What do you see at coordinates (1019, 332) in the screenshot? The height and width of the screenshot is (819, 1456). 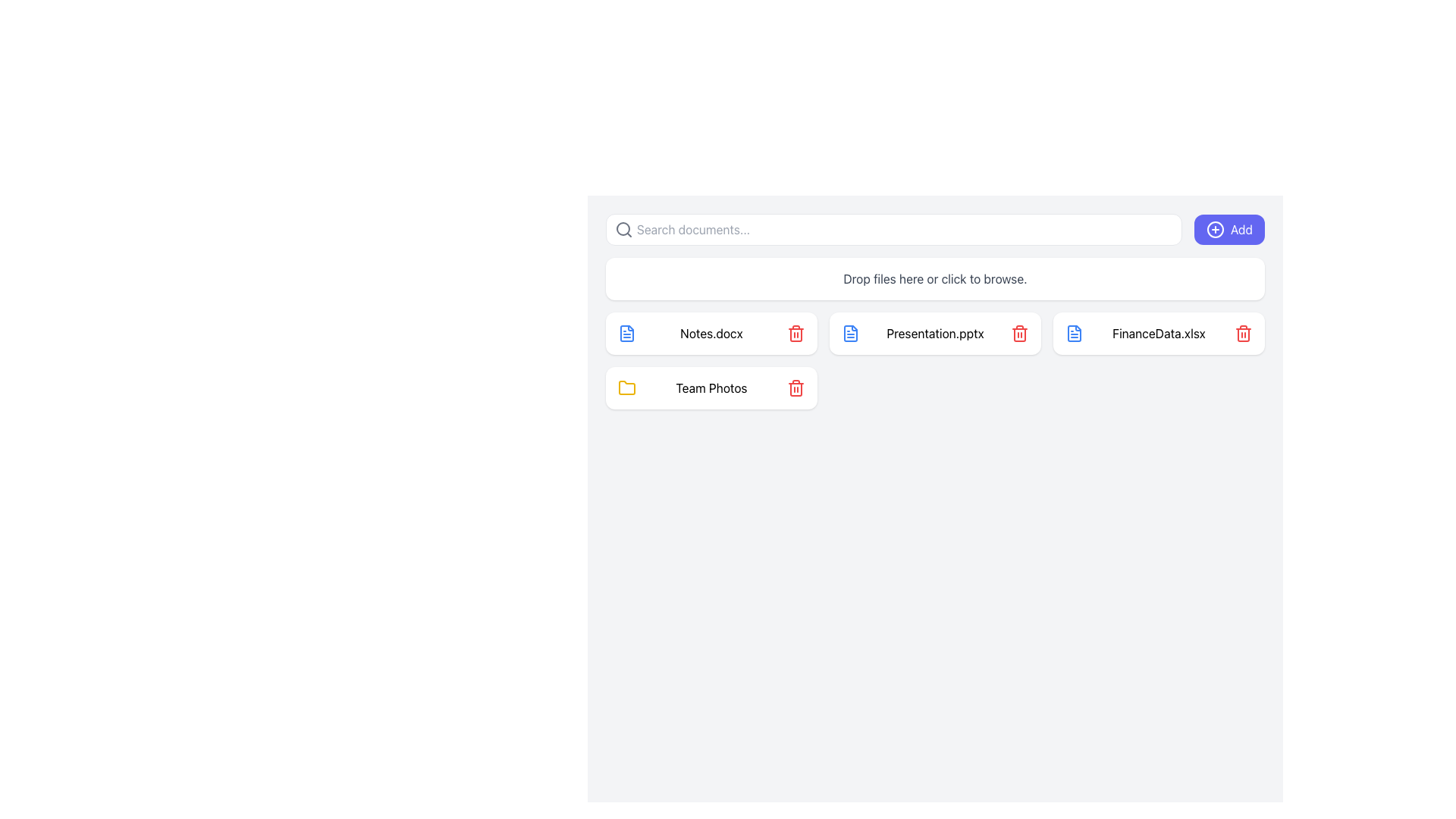 I see `the red trash bin icon, which is styled to indicate its function as a delete button and is located to the right within the 'Presentation.pptx' area` at bounding box center [1019, 332].